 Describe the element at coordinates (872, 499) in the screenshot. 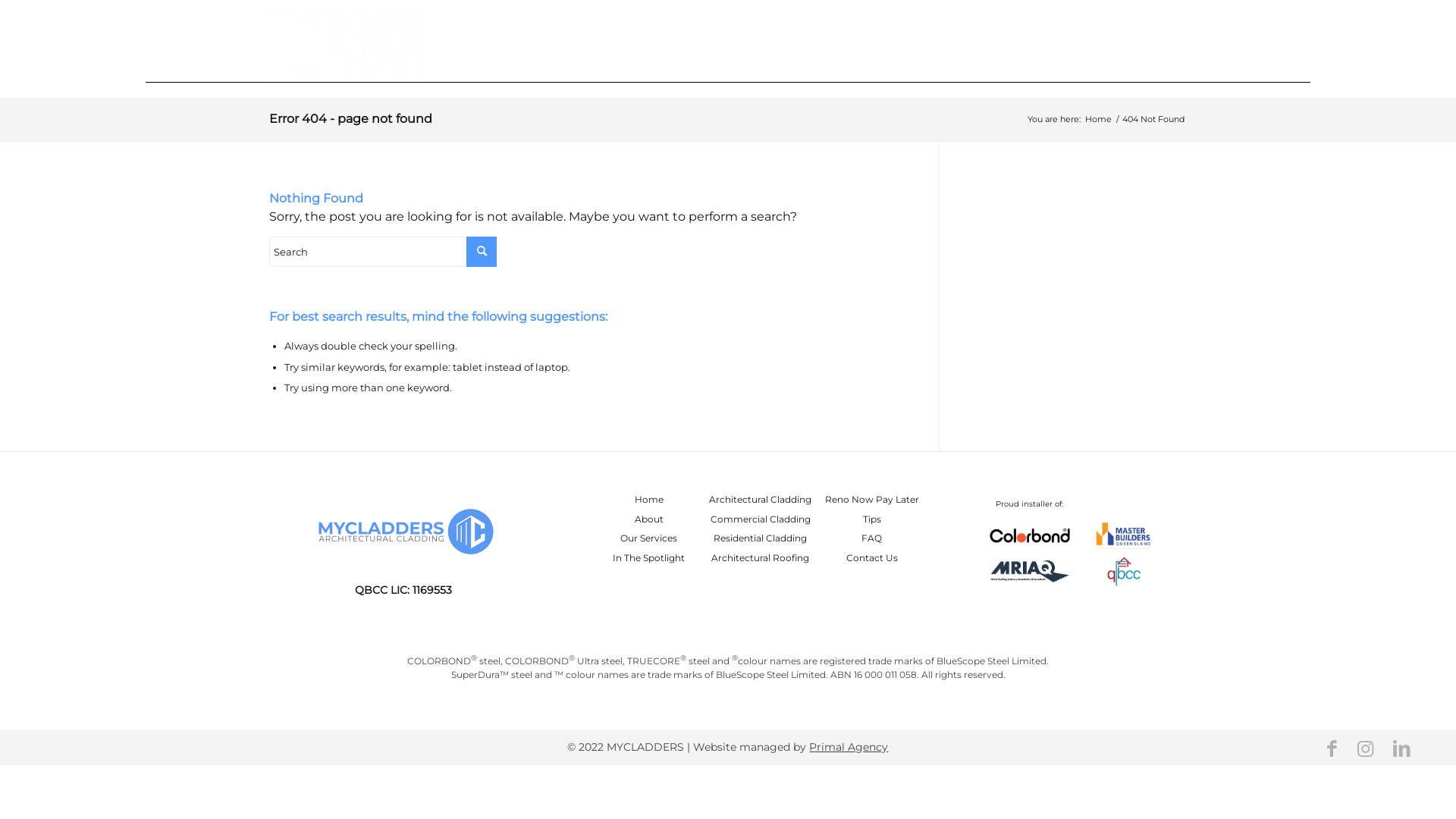

I see `'Reno Now Pay Later'` at that location.